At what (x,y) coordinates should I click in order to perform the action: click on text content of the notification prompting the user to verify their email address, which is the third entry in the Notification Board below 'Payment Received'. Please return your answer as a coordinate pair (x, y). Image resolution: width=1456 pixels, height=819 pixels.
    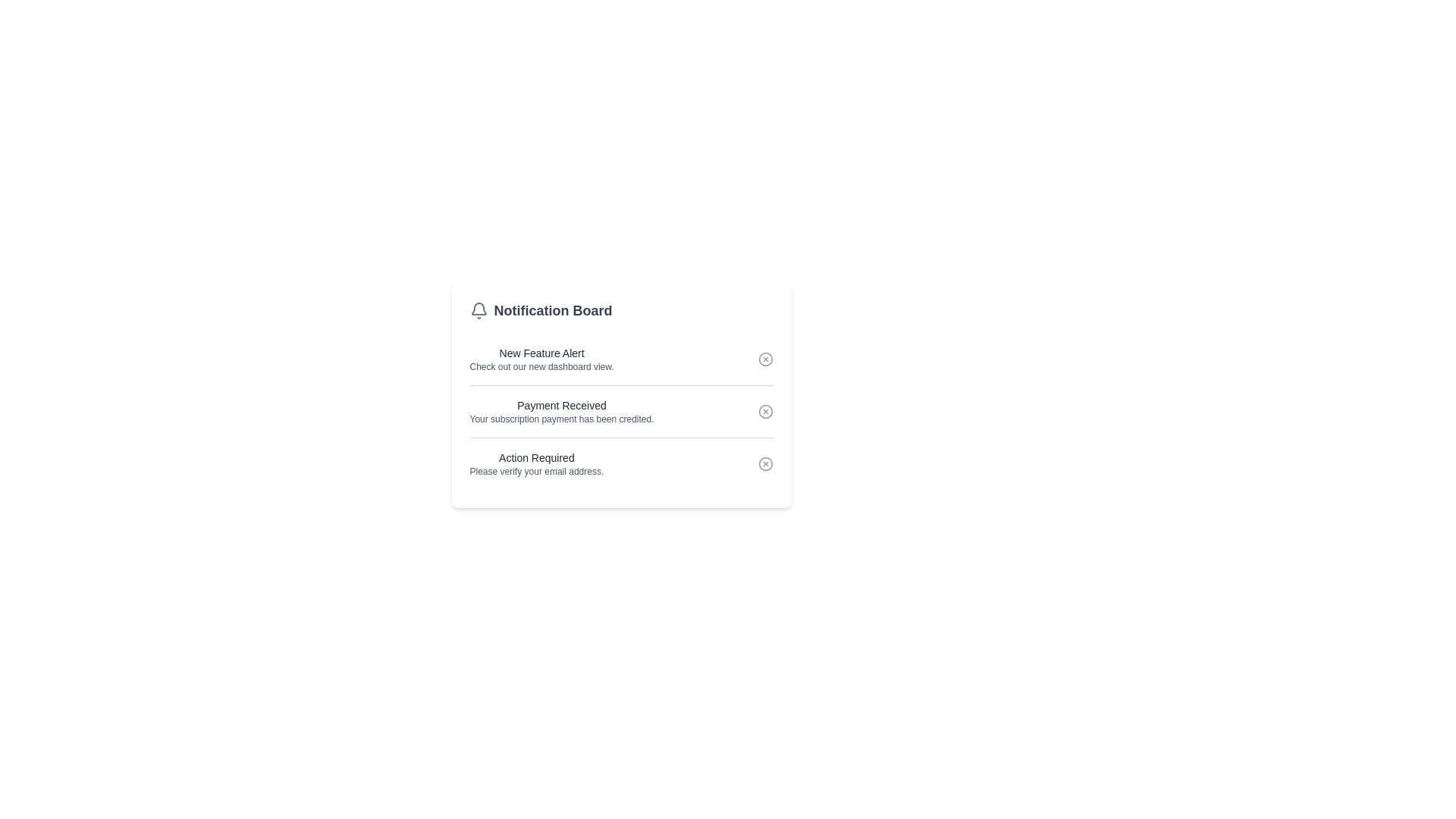
    Looking at the image, I should click on (536, 463).